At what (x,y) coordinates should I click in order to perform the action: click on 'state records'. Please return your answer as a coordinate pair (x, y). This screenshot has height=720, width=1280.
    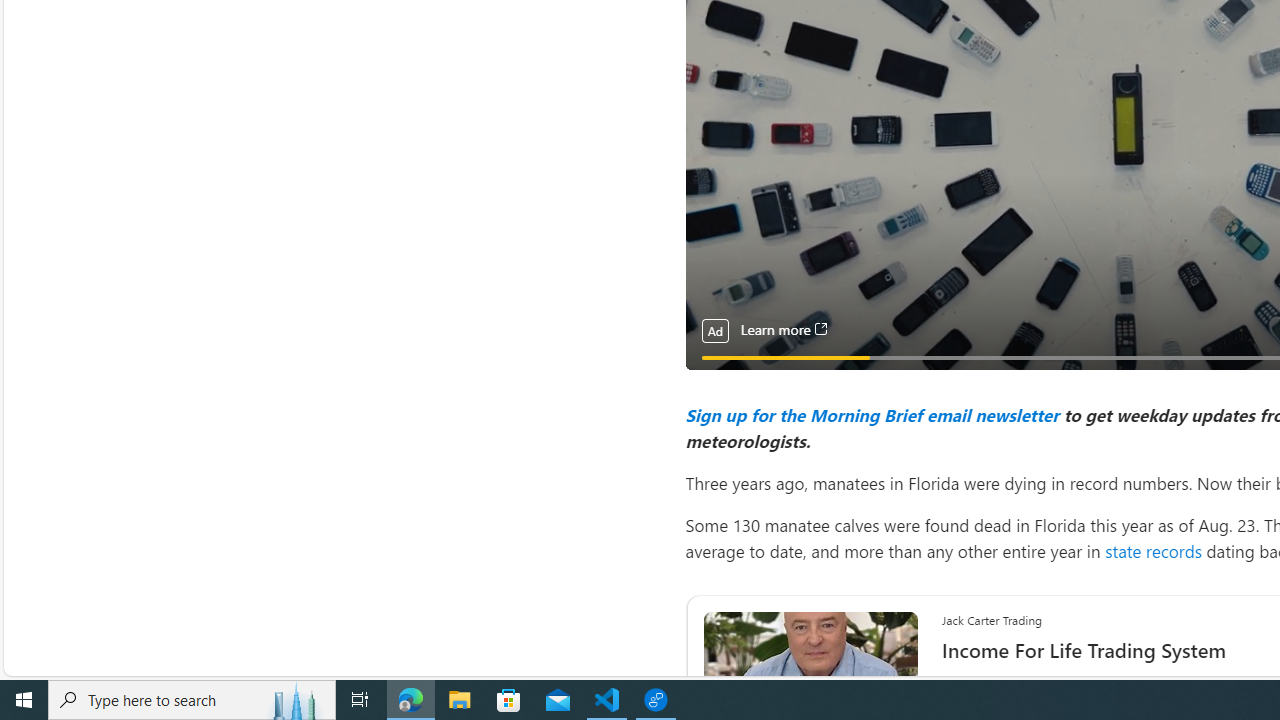
    Looking at the image, I should click on (1153, 550).